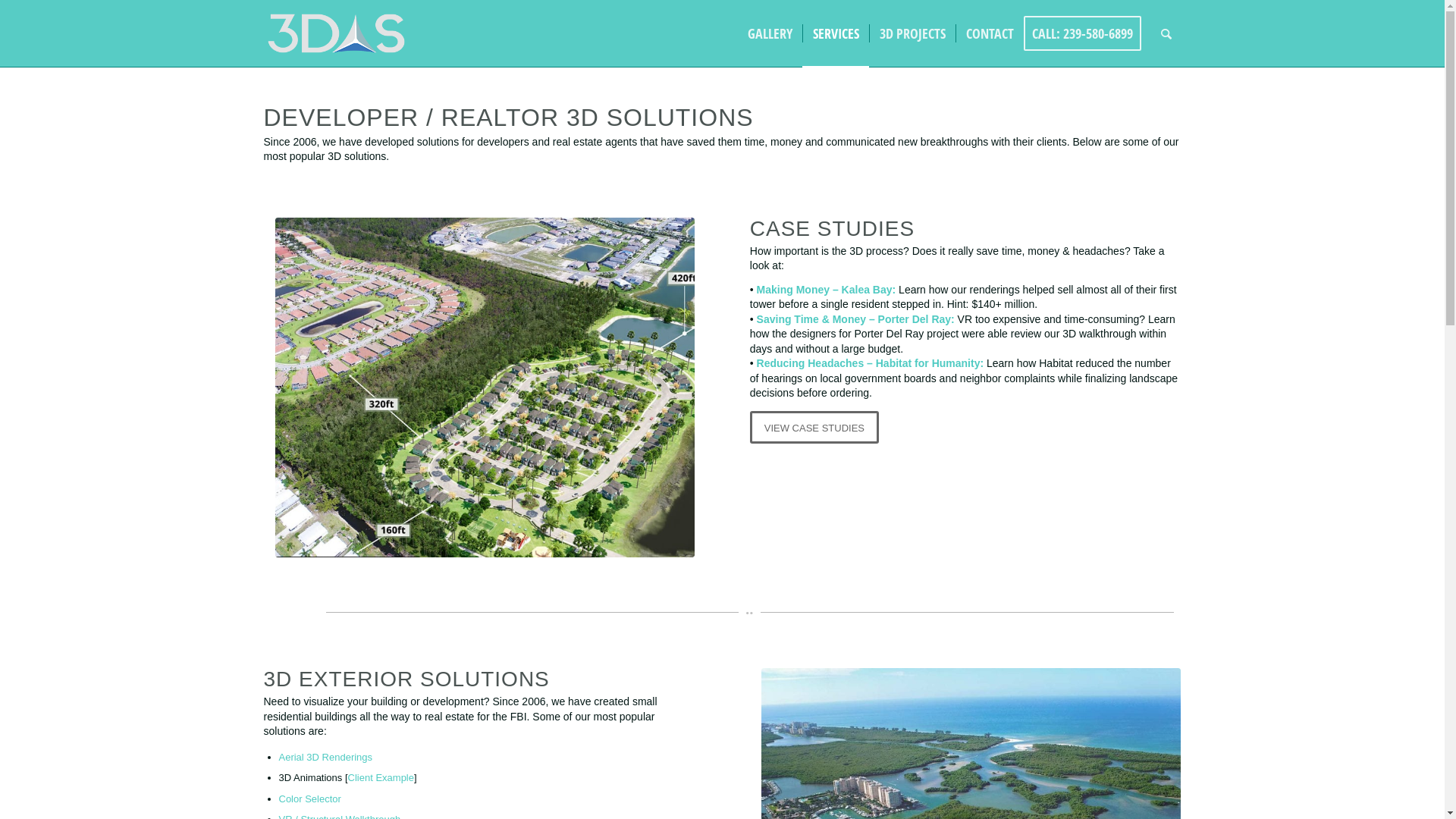 The image size is (1456, 819). I want to click on 'CALL: 239-580-6899', so click(1087, 33).